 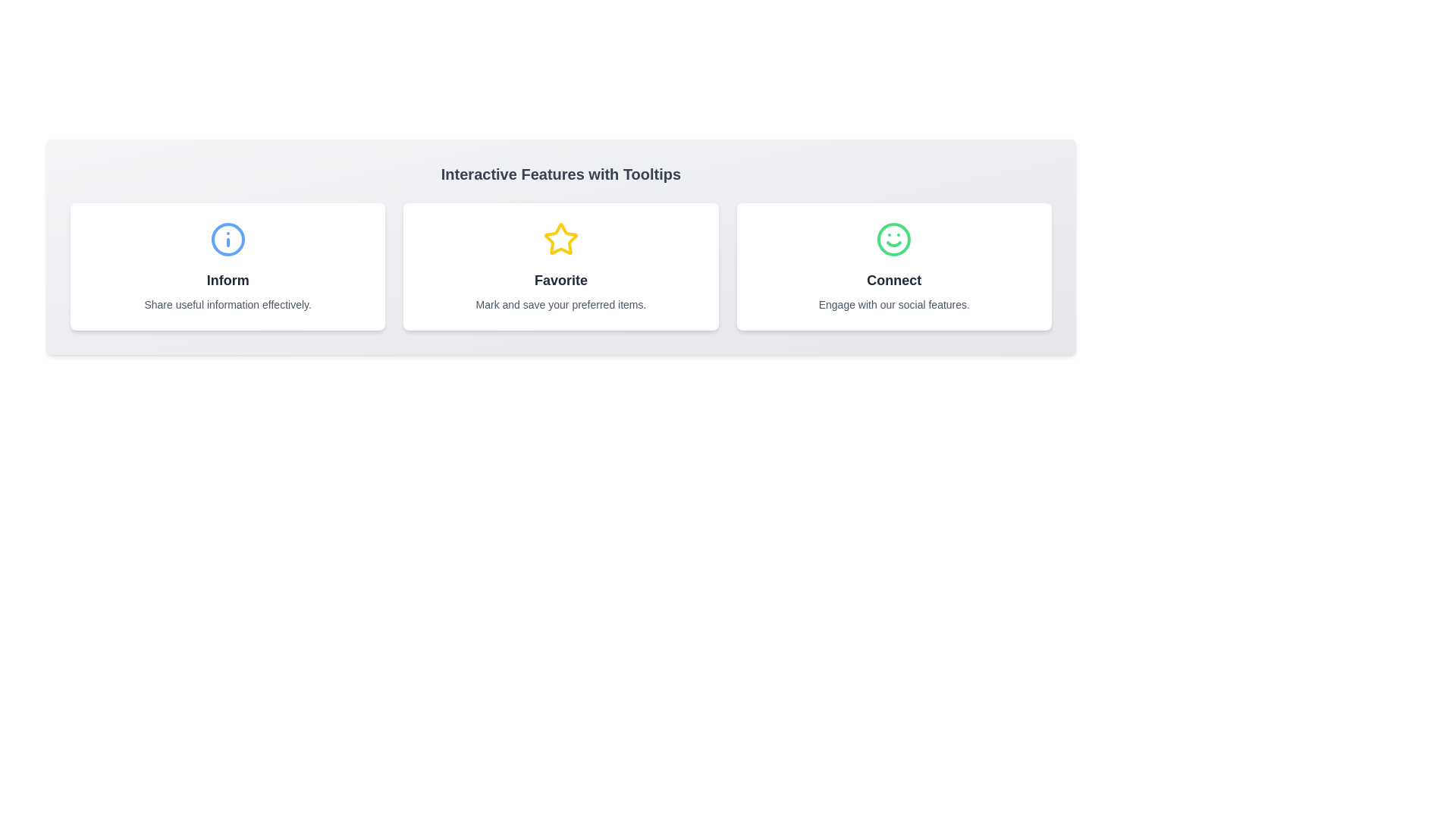 I want to click on the star icon representing the 'Favorite' feature, which is centrally located among three horizontally displayed feature cards, so click(x=560, y=239).